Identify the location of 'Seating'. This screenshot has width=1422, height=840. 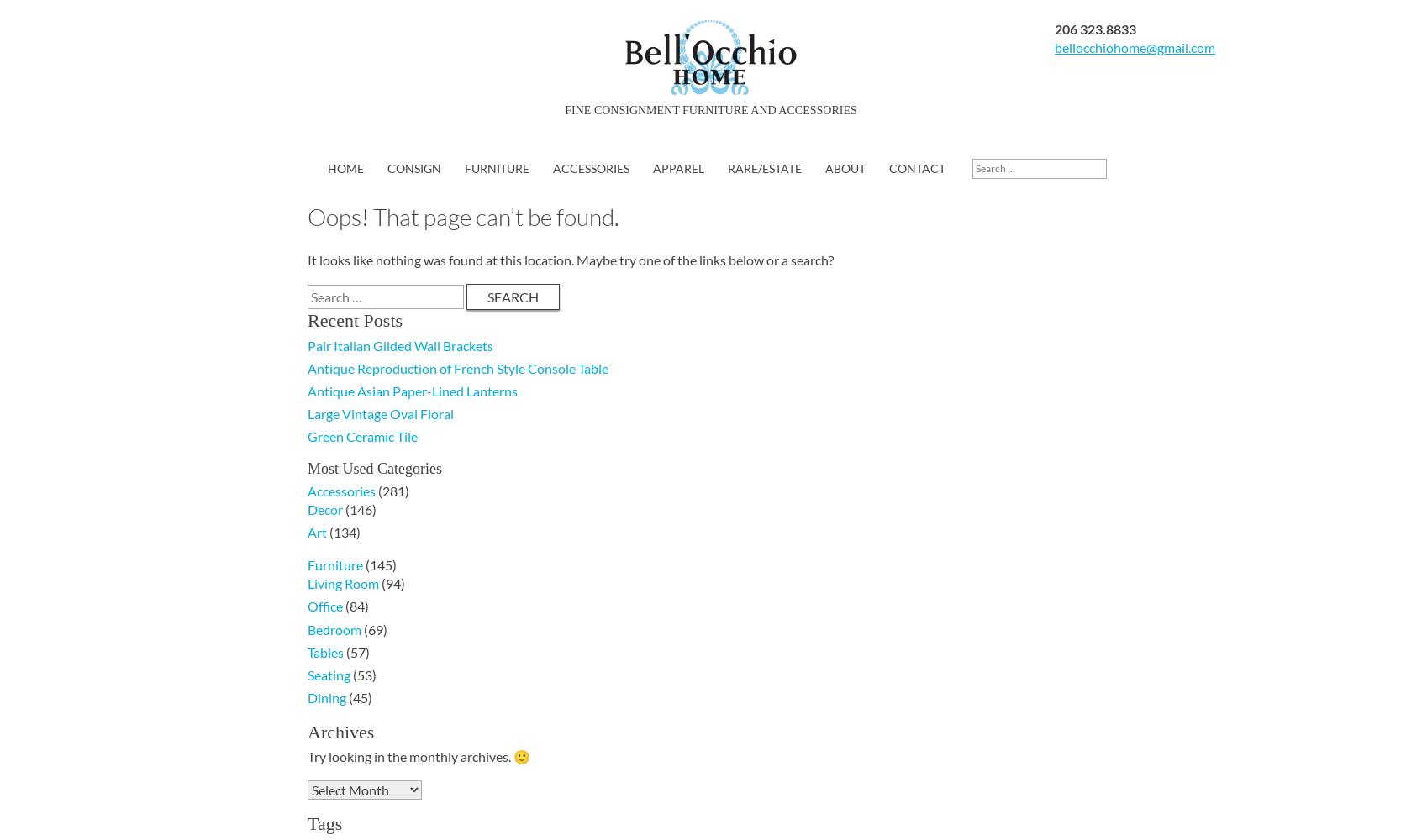
(329, 674).